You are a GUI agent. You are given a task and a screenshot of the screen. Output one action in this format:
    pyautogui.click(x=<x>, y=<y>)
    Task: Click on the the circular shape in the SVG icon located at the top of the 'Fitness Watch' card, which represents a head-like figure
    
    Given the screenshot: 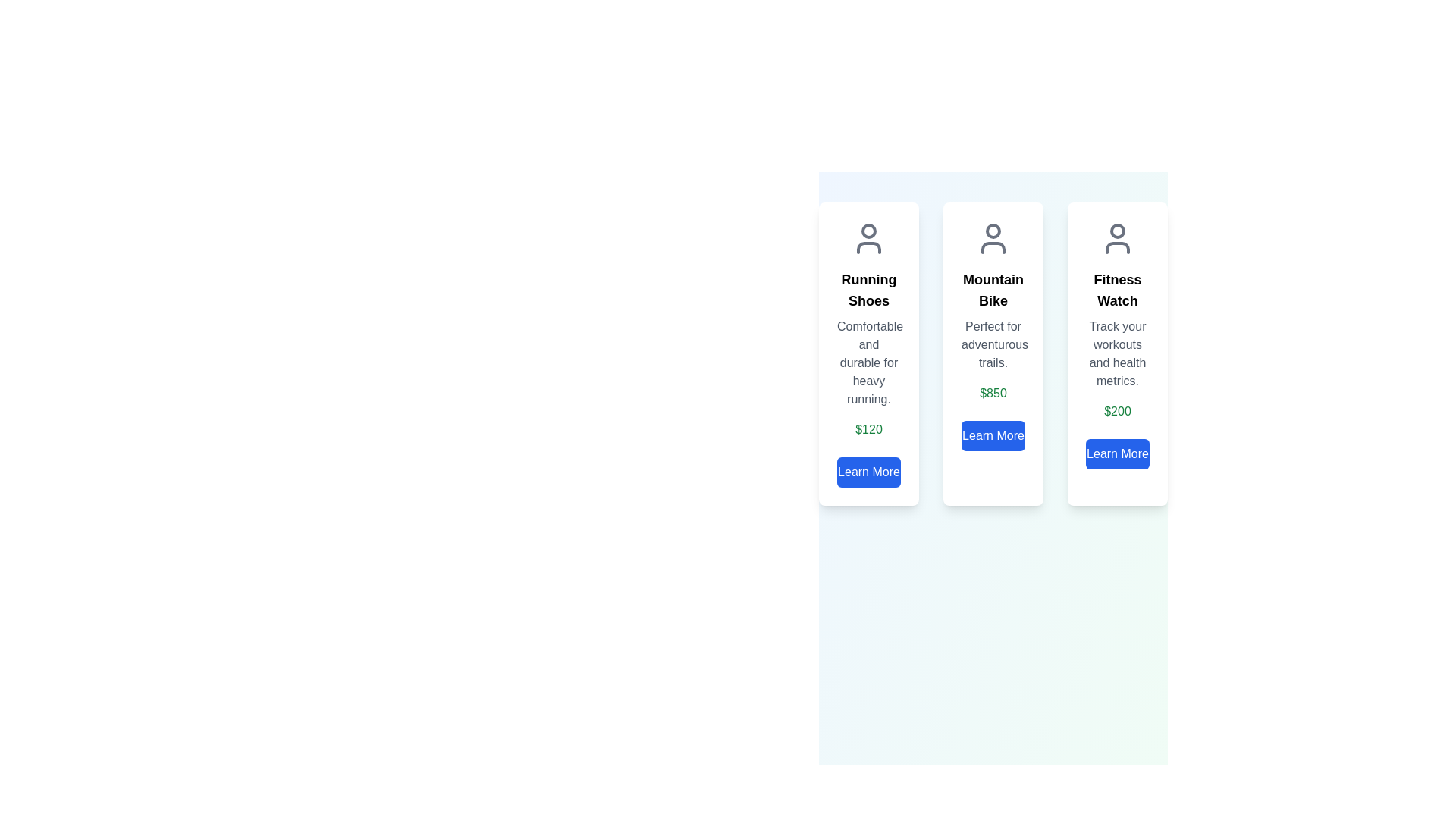 What is the action you would take?
    pyautogui.click(x=1117, y=231)
    